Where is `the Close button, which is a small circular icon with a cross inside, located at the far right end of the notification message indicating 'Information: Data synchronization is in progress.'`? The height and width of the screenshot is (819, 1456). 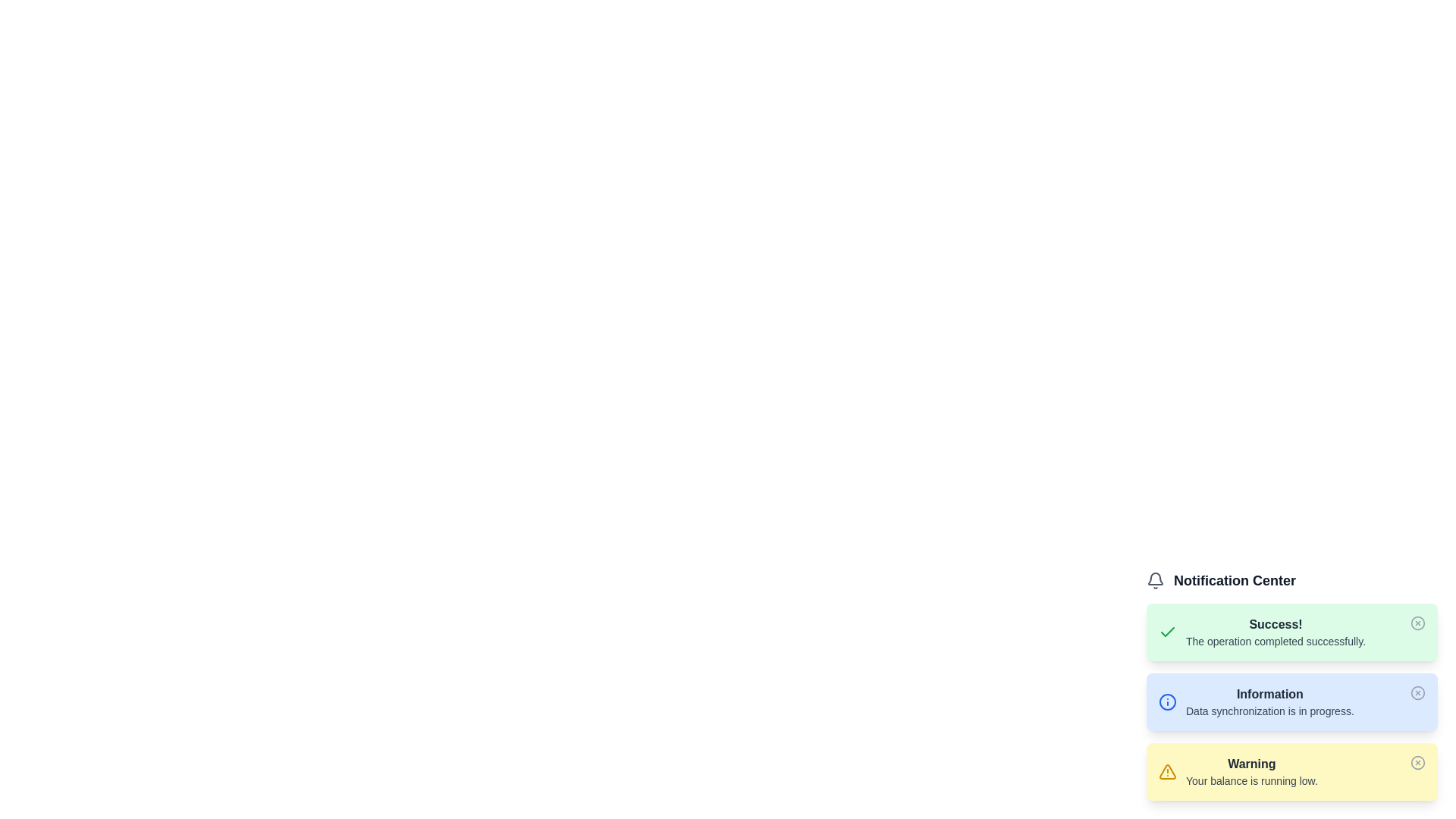 the Close button, which is a small circular icon with a cross inside, located at the far right end of the notification message indicating 'Information: Data synchronization is in progress.' is located at coordinates (1417, 693).